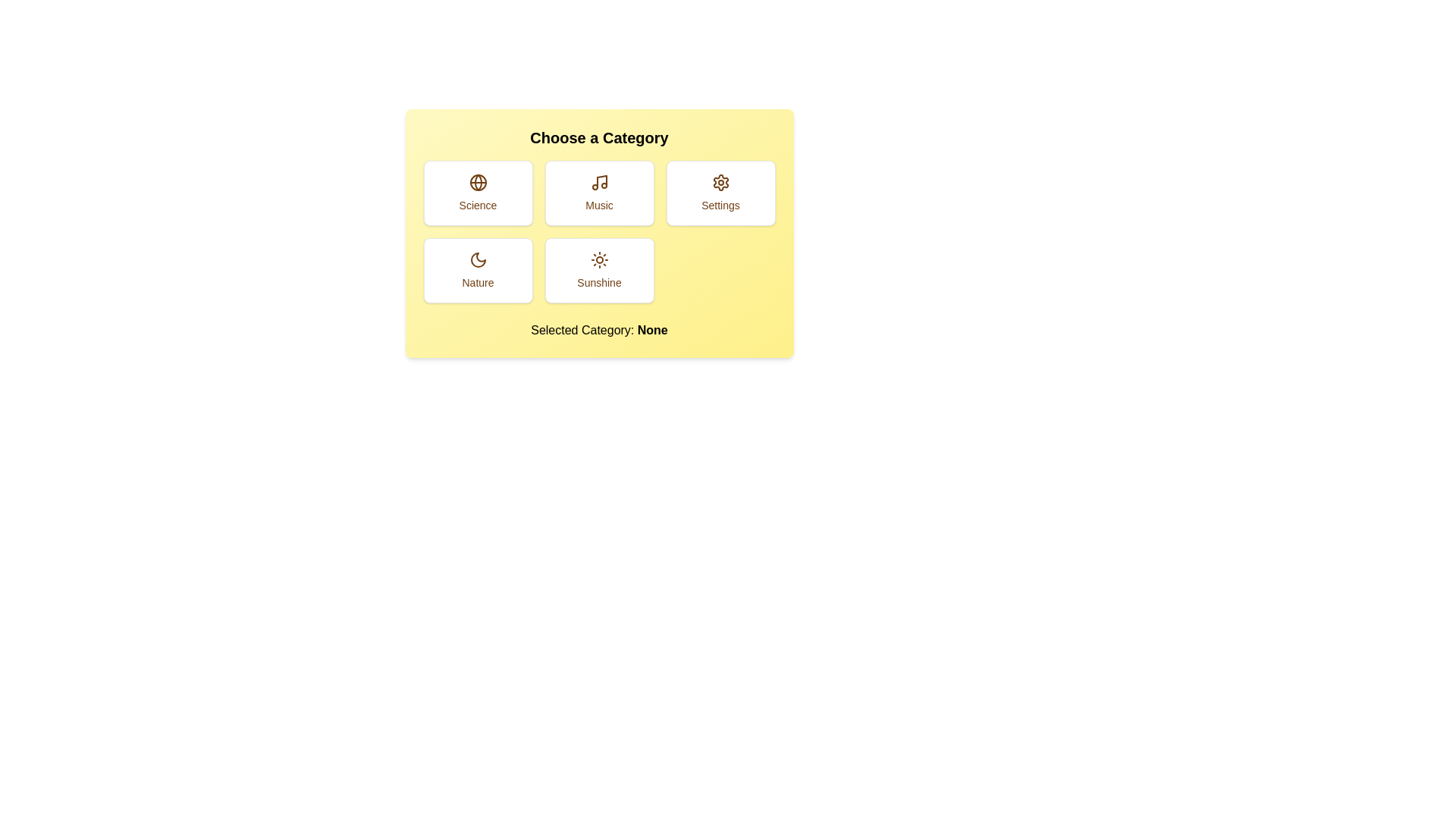 This screenshot has width=1456, height=819. Describe the element at coordinates (477, 283) in the screenshot. I see `the 'Nature' label inside the card located in the lower-left area of the category options grid, which contains a moon icon above the text` at that location.